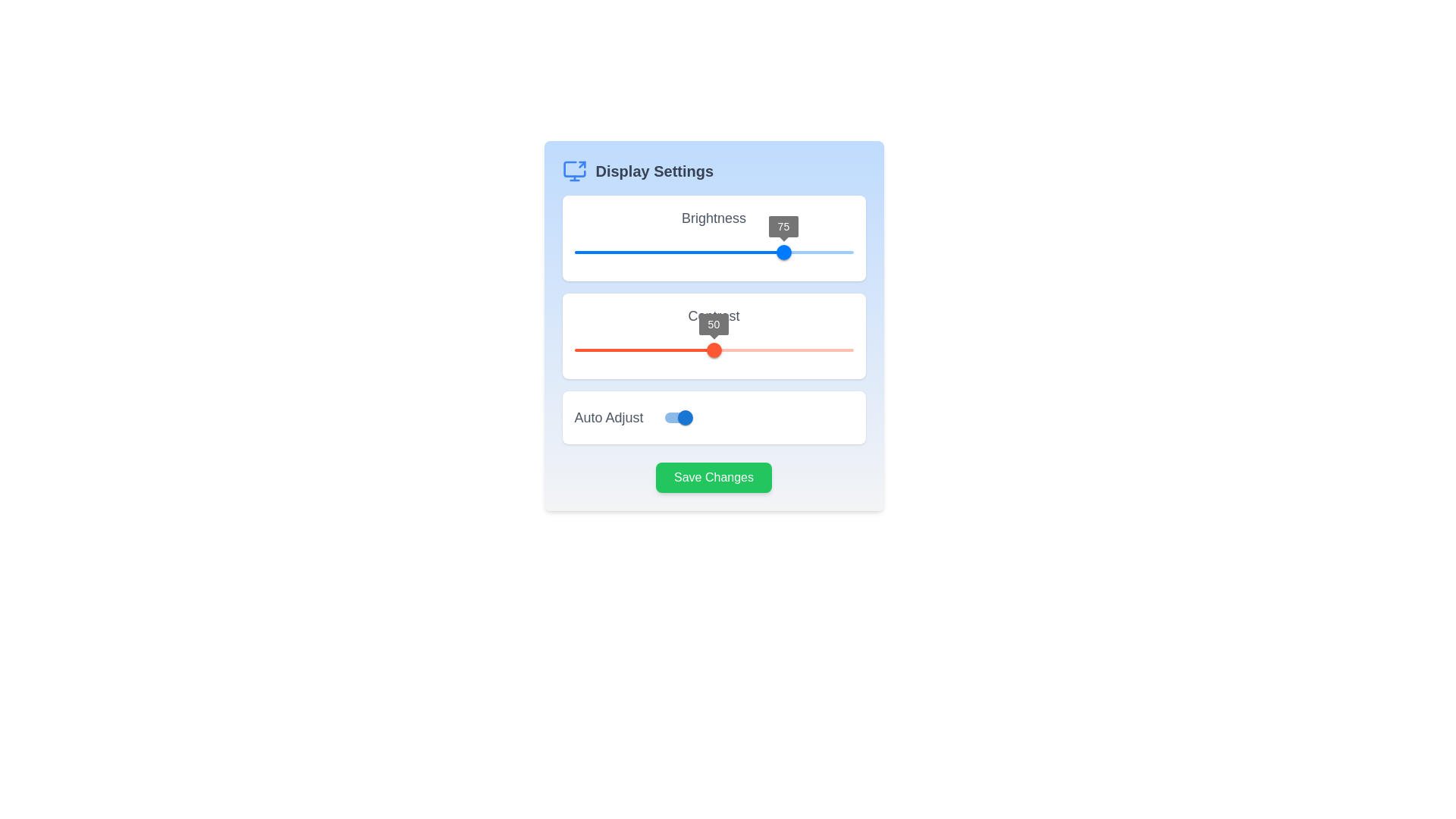 The image size is (1456, 819). What do you see at coordinates (785, 251) in the screenshot?
I see `the brightness` at bounding box center [785, 251].